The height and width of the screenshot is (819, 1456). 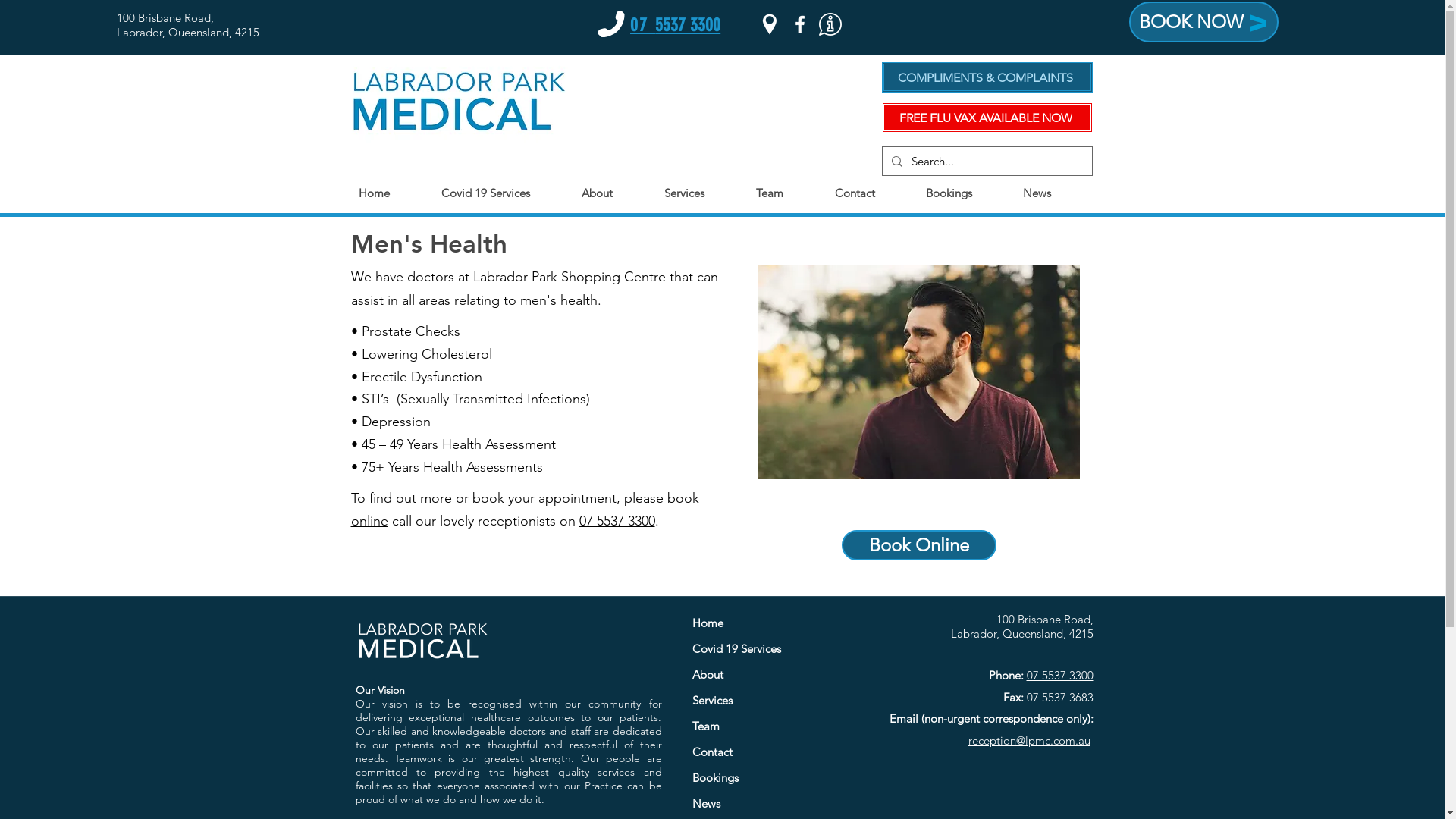 I want to click on 'BOOK NOW', so click(x=1203, y=22).